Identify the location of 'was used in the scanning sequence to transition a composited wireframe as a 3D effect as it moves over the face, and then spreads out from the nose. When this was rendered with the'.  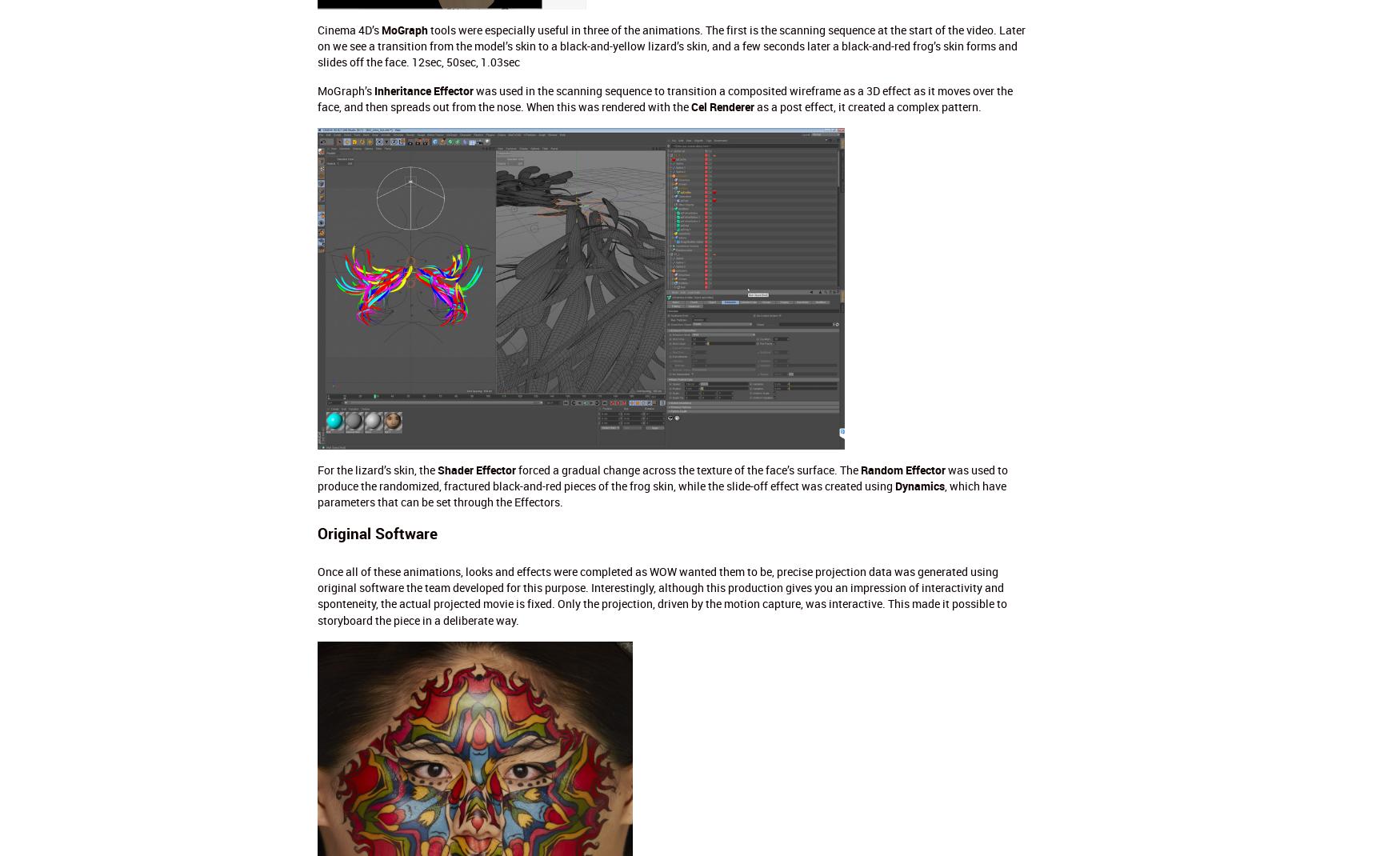
(664, 98).